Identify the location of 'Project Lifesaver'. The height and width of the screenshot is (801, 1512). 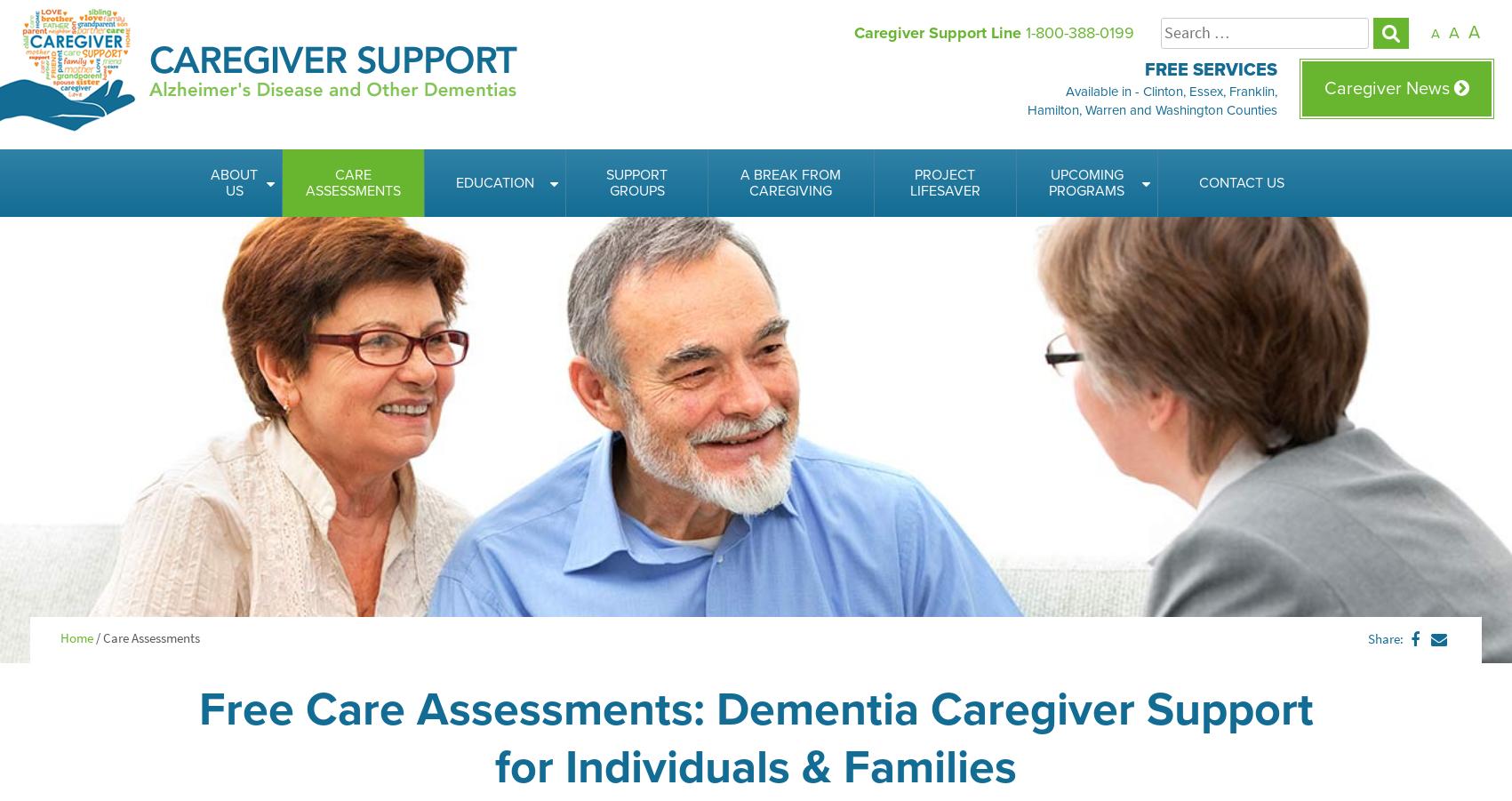
(944, 181).